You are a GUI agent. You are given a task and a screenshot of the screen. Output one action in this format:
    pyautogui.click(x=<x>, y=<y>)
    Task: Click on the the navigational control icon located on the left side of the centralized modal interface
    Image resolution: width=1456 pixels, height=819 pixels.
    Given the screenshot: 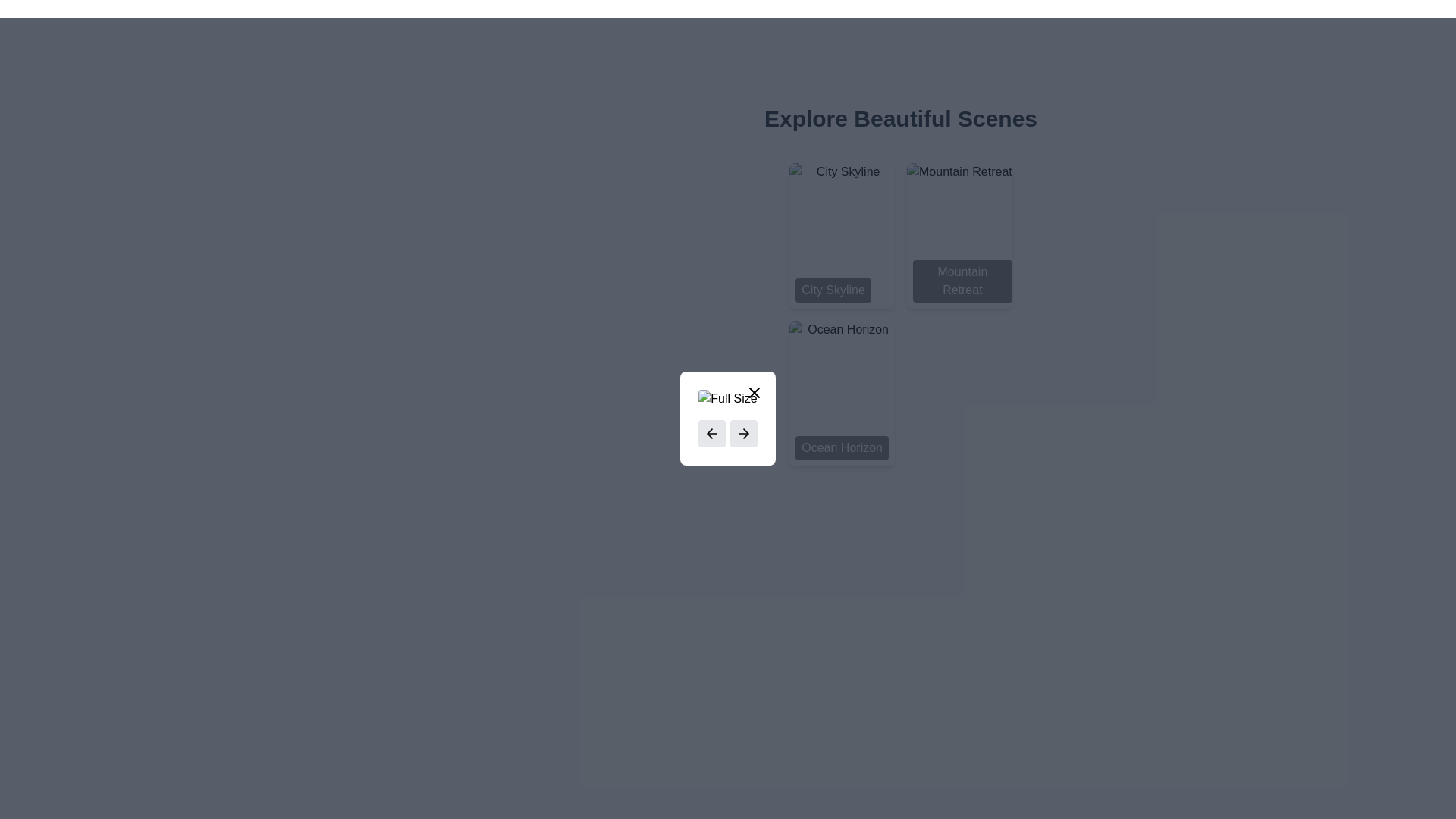 What is the action you would take?
    pyautogui.click(x=709, y=433)
    